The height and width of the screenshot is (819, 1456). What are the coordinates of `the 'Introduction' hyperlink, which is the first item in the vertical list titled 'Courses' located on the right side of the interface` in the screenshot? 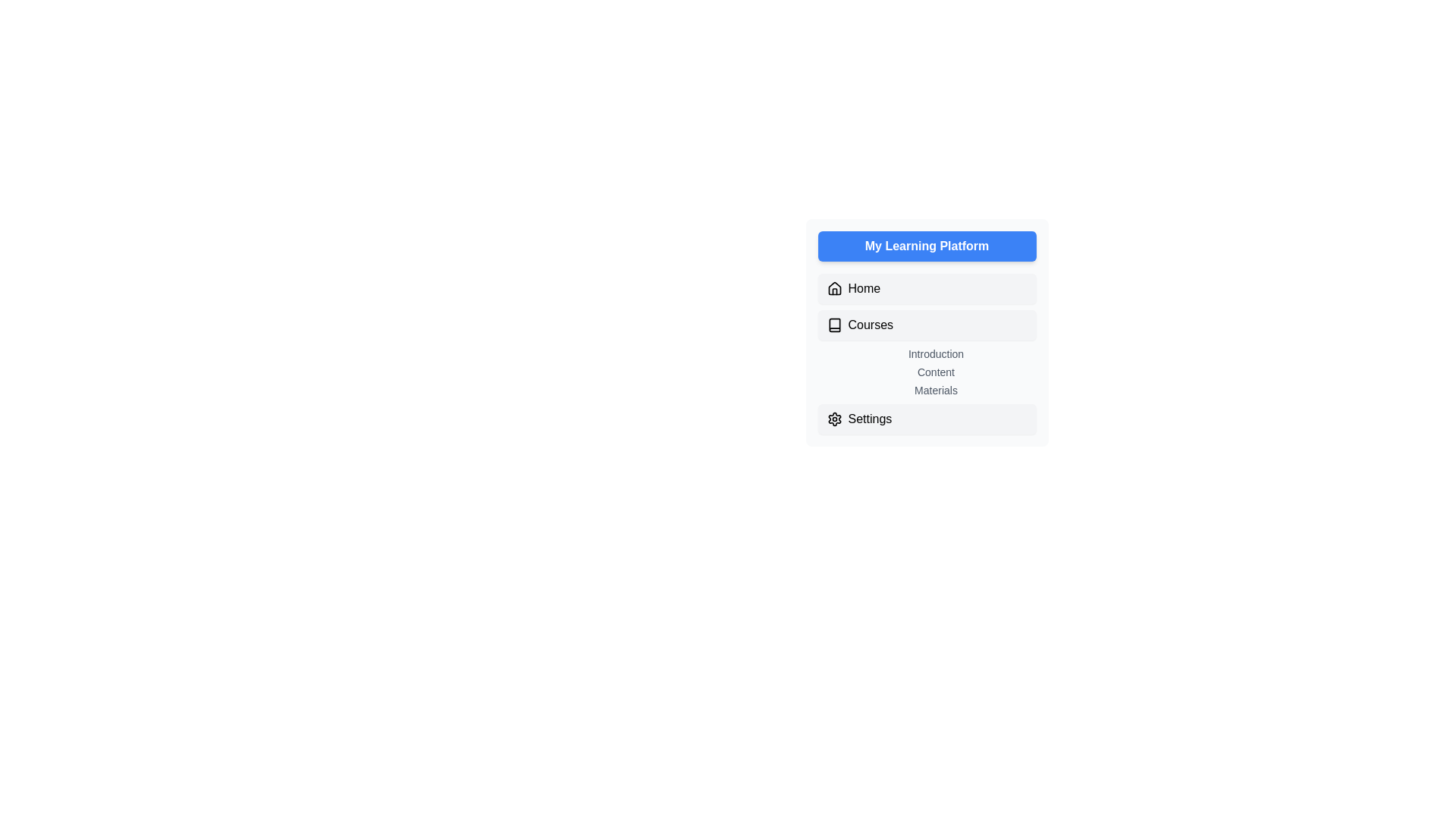 It's located at (935, 353).